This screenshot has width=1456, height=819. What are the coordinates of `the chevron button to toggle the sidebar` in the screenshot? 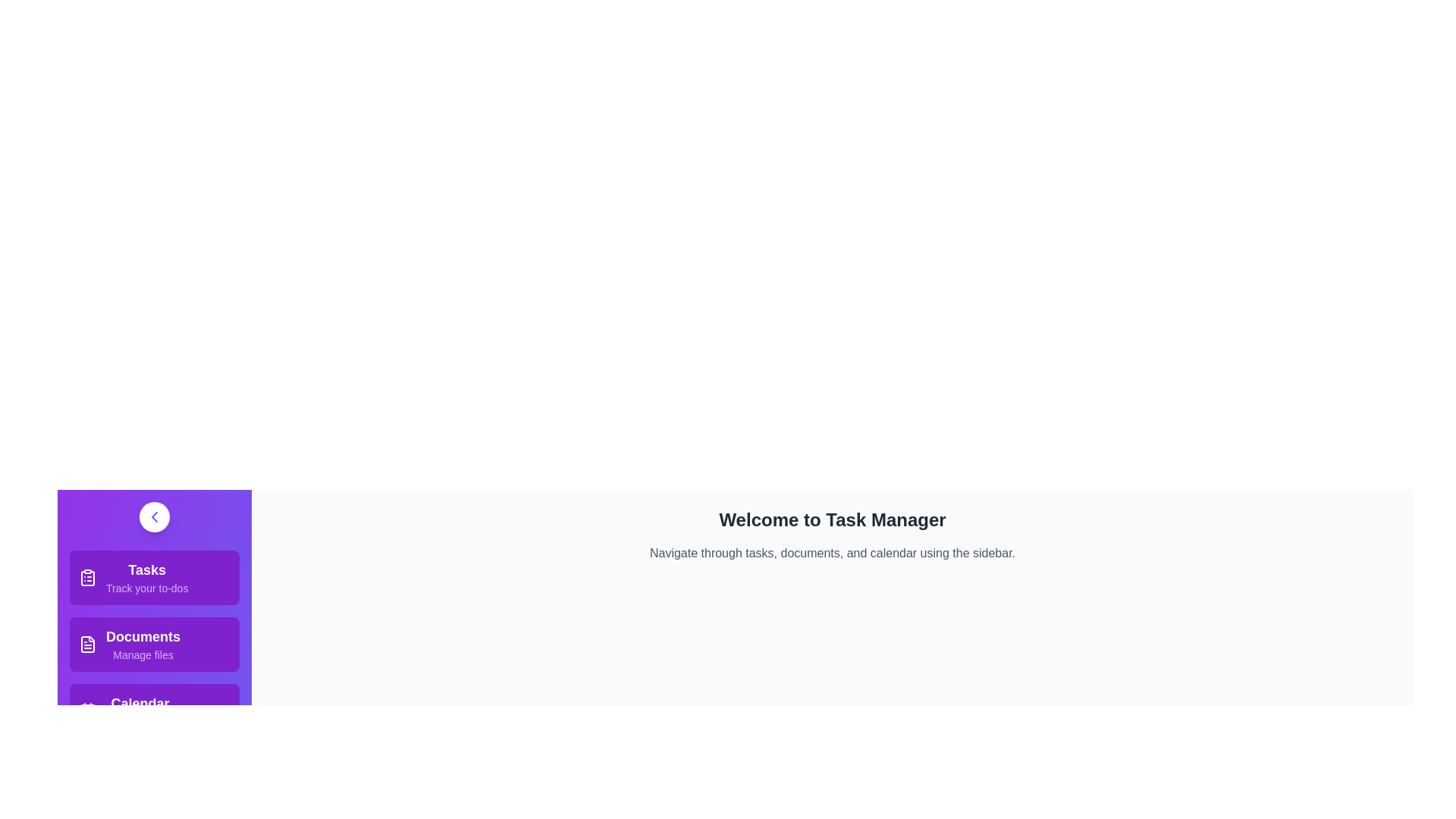 It's located at (154, 516).